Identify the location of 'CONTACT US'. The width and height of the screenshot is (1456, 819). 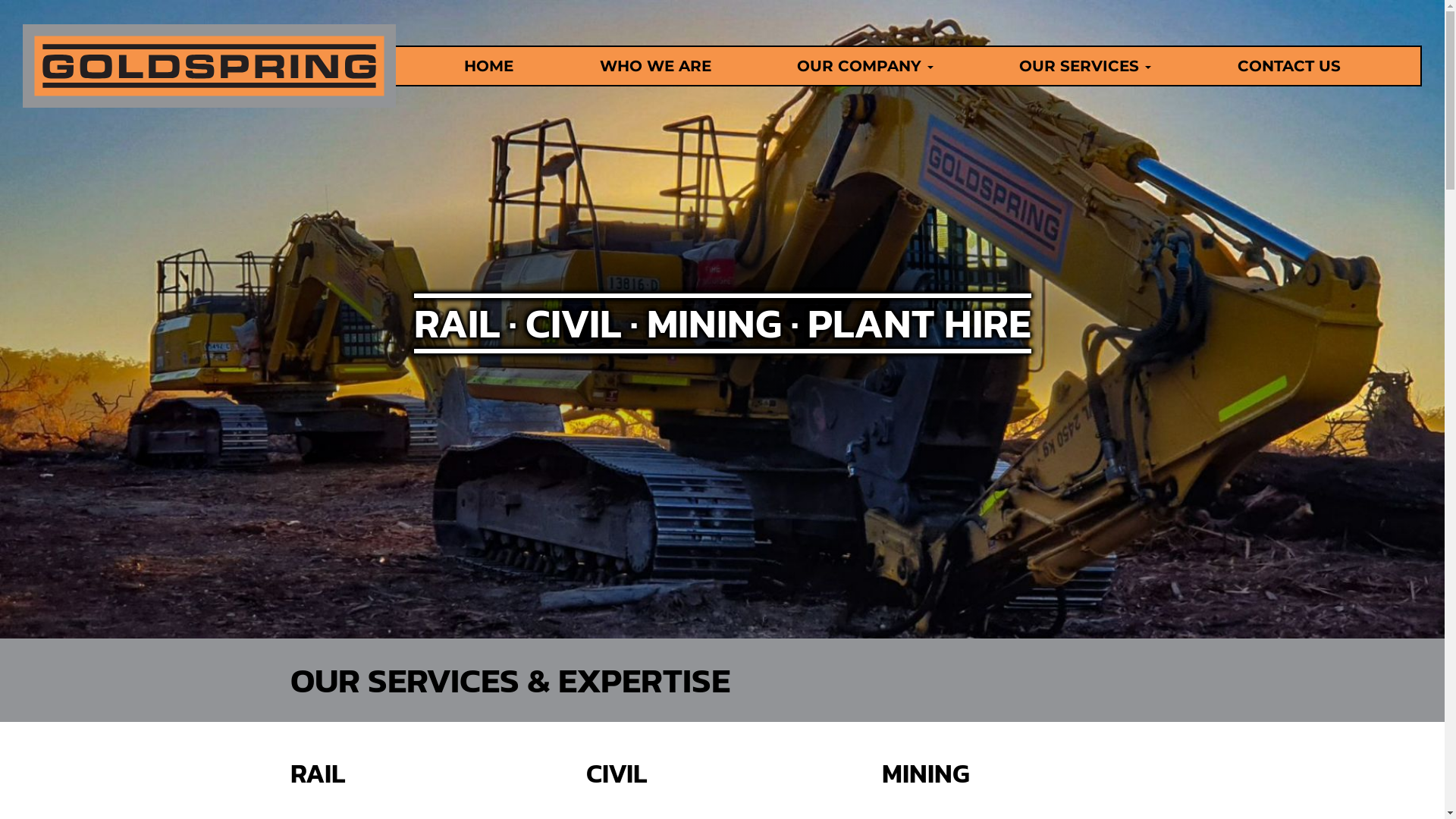
(1288, 65).